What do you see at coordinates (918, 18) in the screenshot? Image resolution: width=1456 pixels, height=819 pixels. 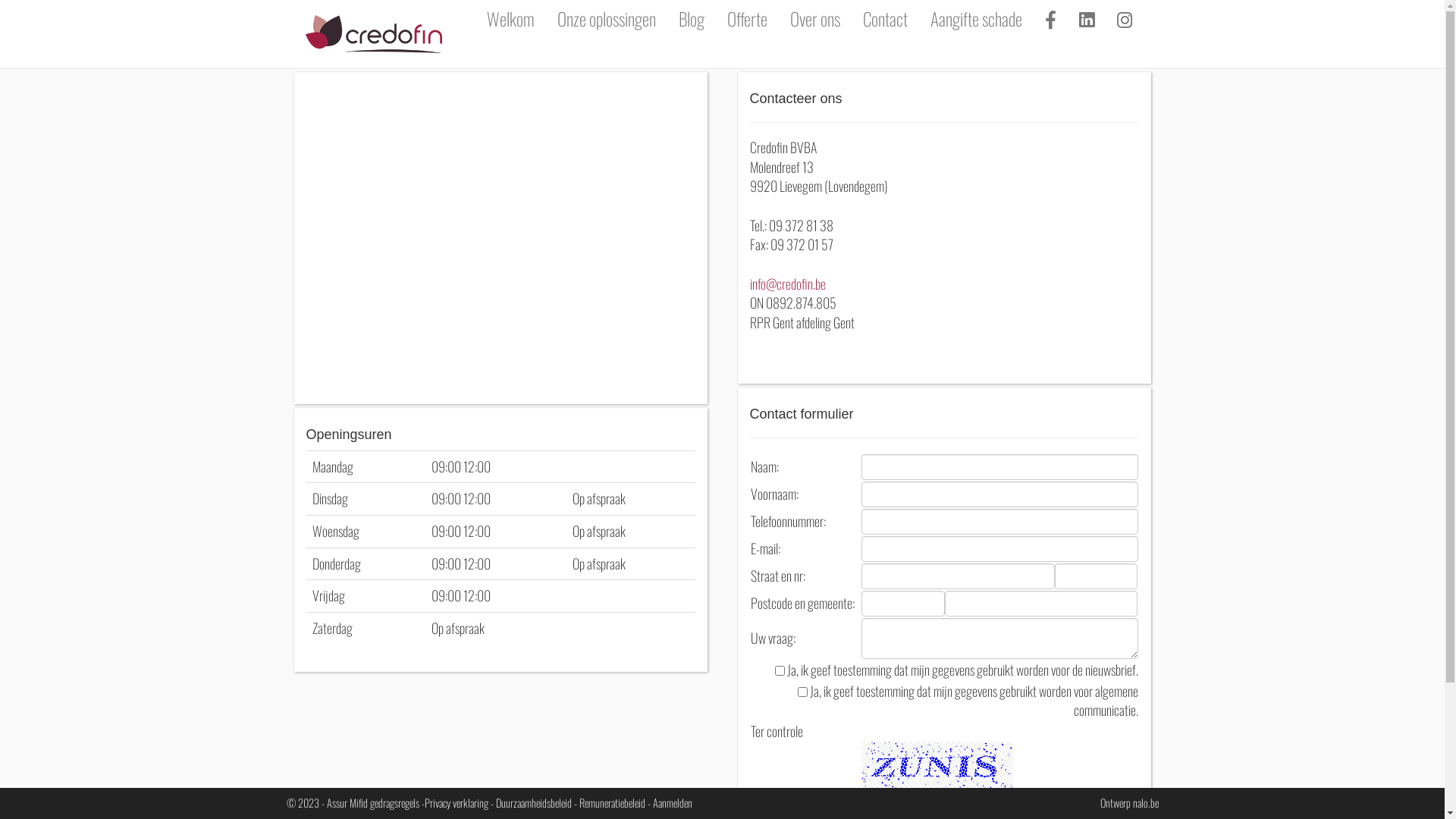 I see `'Aangifte schade'` at bounding box center [918, 18].